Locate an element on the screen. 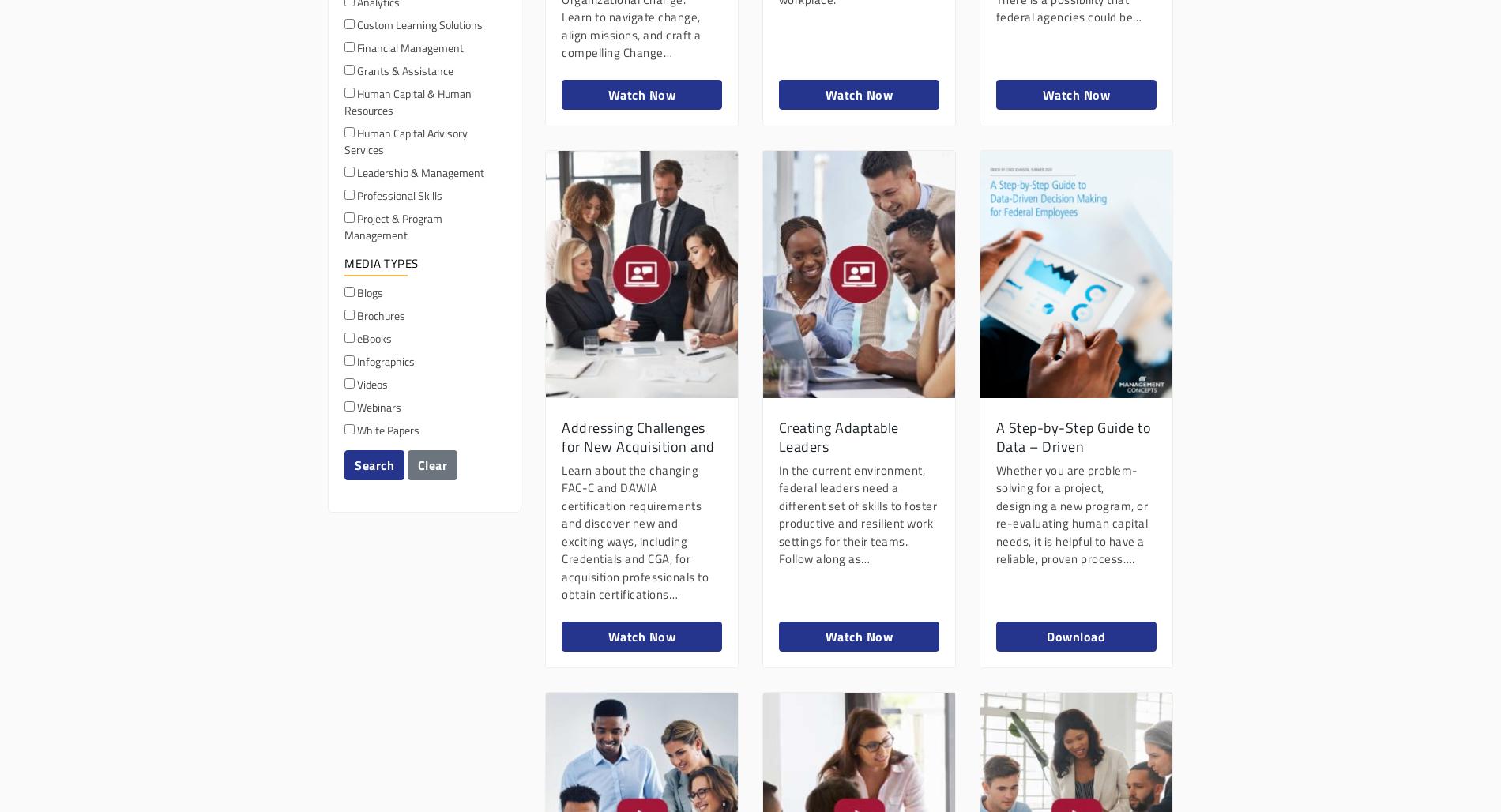 The image size is (1501, 812). 'Creating Adaptable Leaders' is located at coordinates (837, 436).